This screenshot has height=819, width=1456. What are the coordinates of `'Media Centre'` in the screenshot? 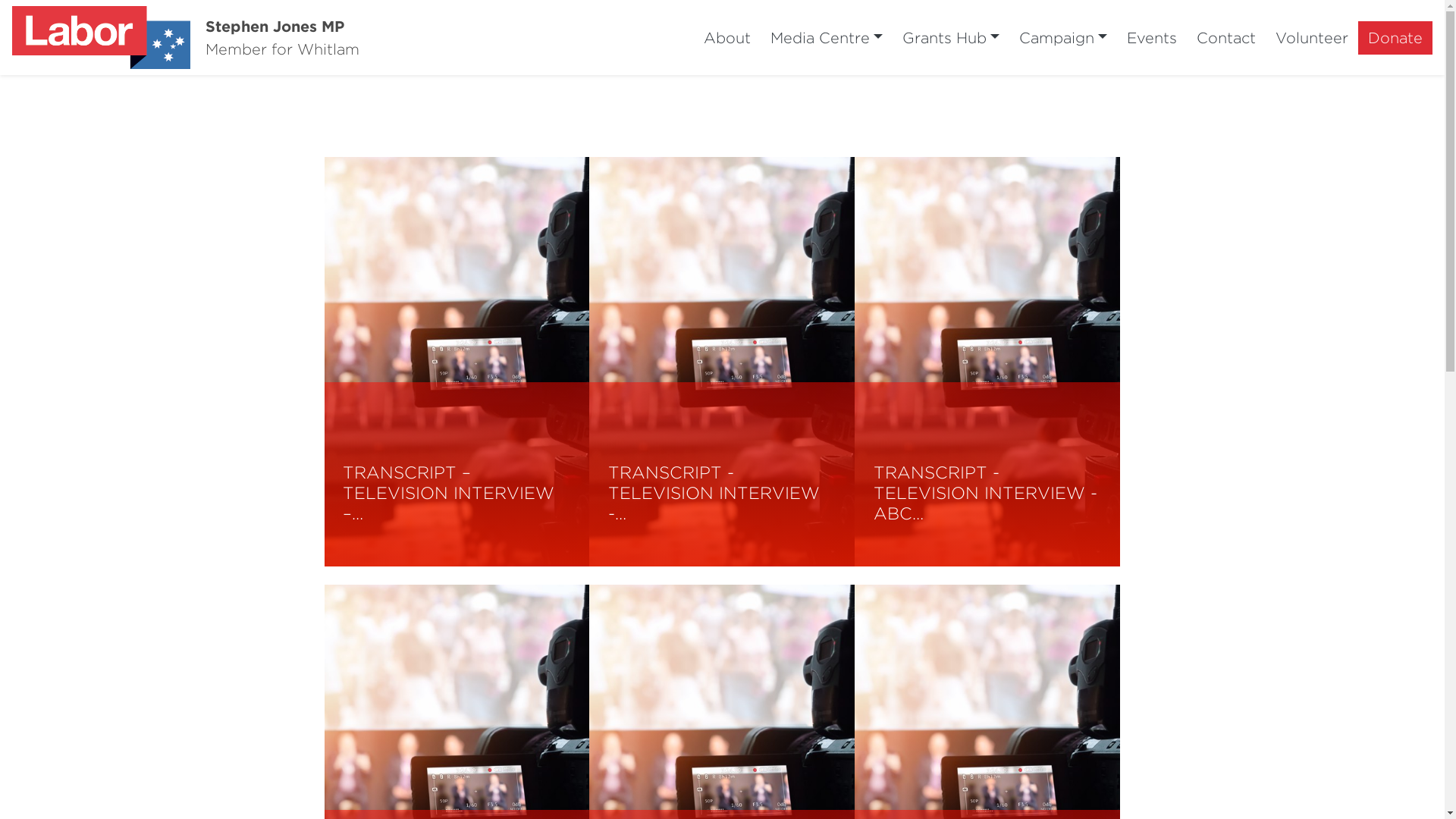 It's located at (825, 37).